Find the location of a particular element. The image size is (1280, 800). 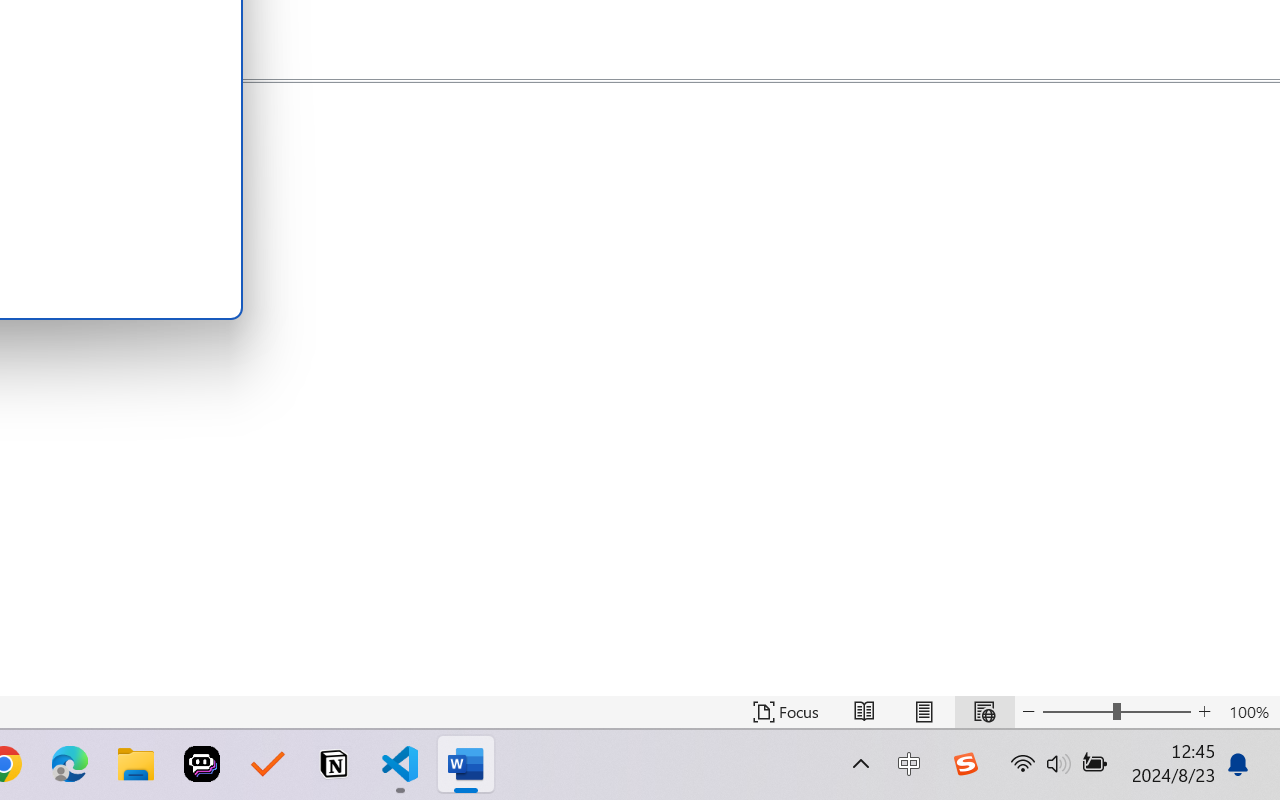

'Zoom 100%' is located at coordinates (1248, 711).